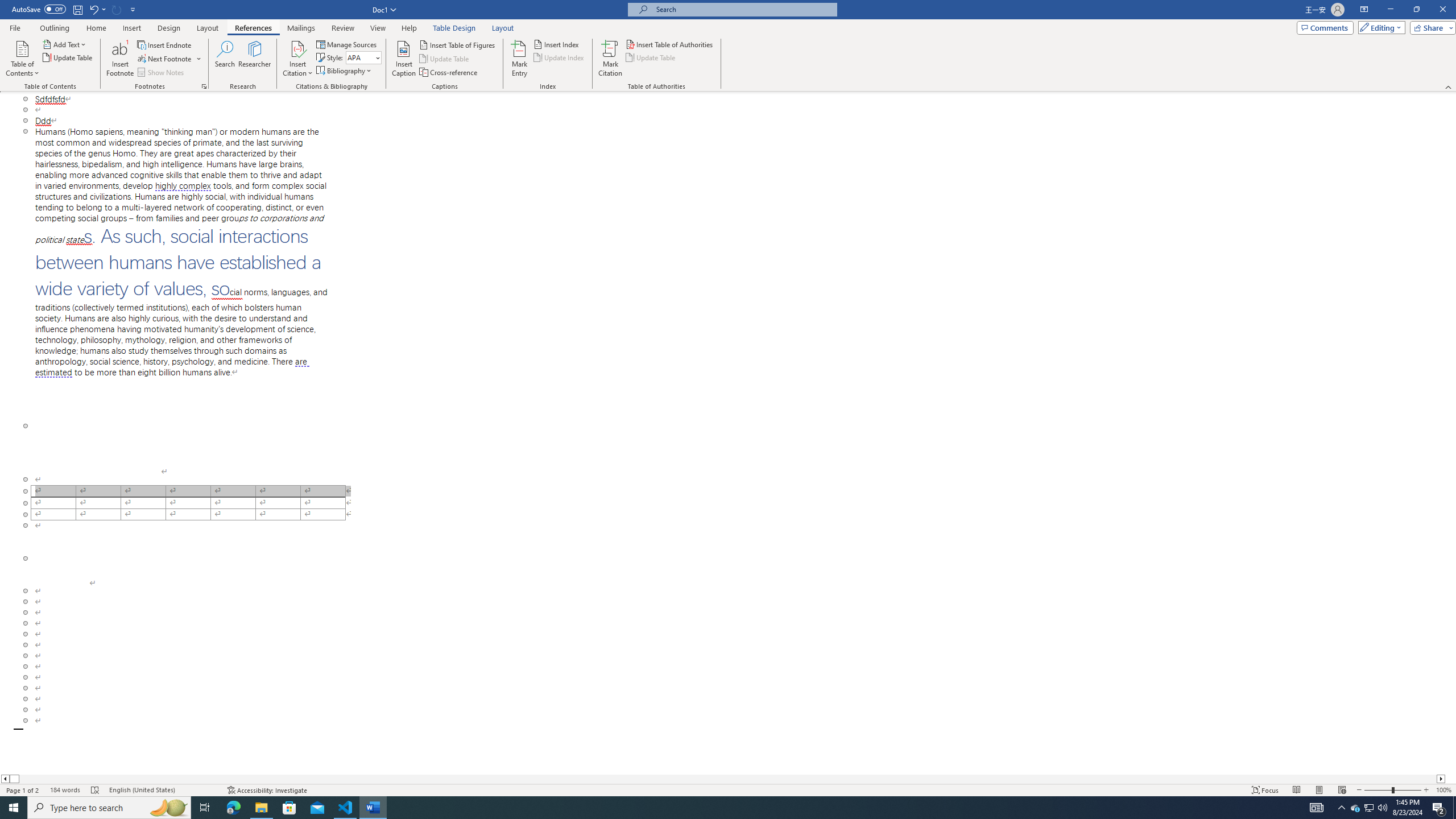 This screenshot has width=1456, height=819. What do you see at coordinates (169, 59) in the screenshot?
I see `'Next Footnote'` at bounding box center [169, 59].